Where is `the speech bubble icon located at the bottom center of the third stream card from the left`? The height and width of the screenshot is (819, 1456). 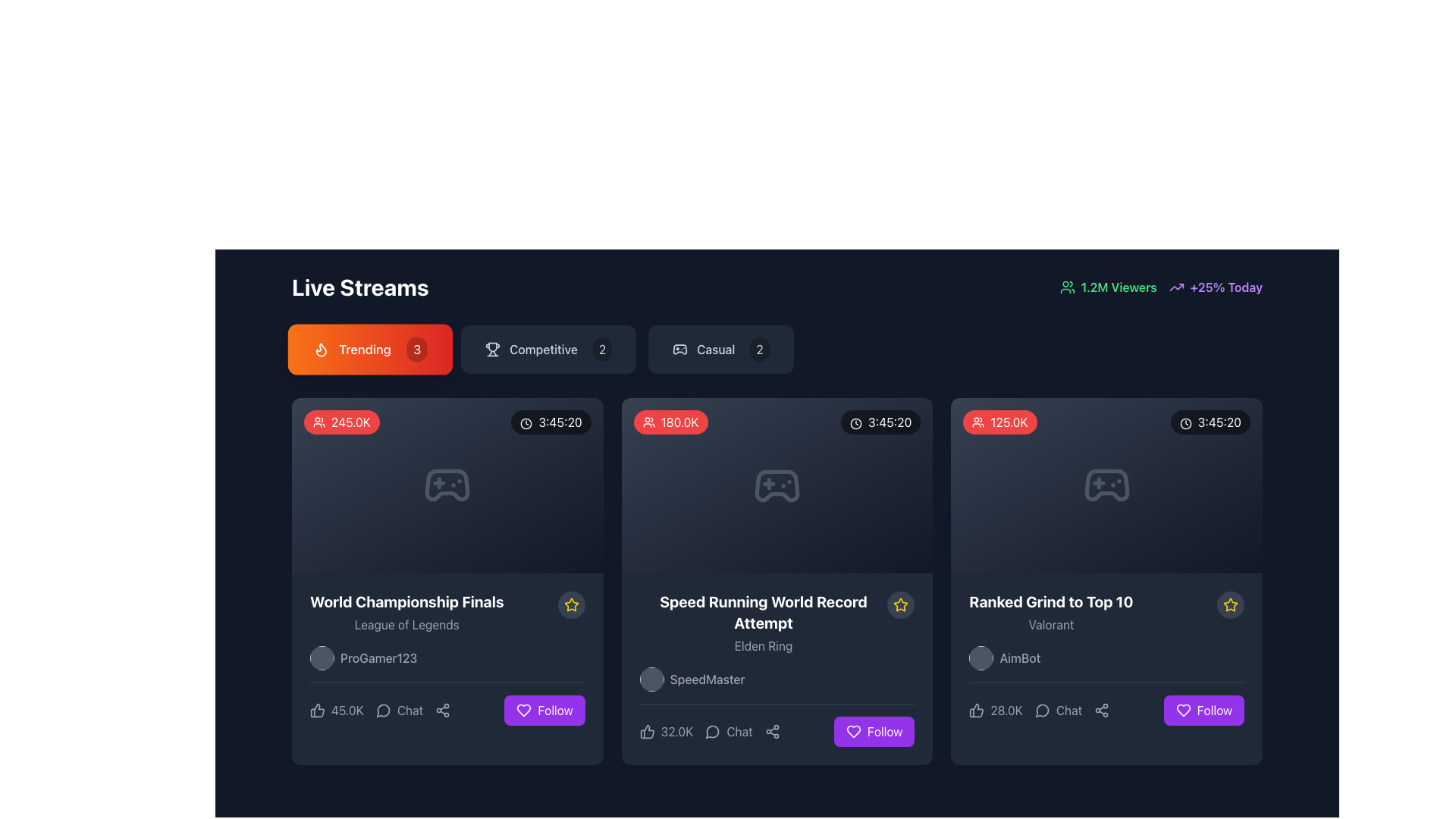 the speech bubble icon located at the bottom center of the third stream card from the left is located at coordinates (1040, 711).